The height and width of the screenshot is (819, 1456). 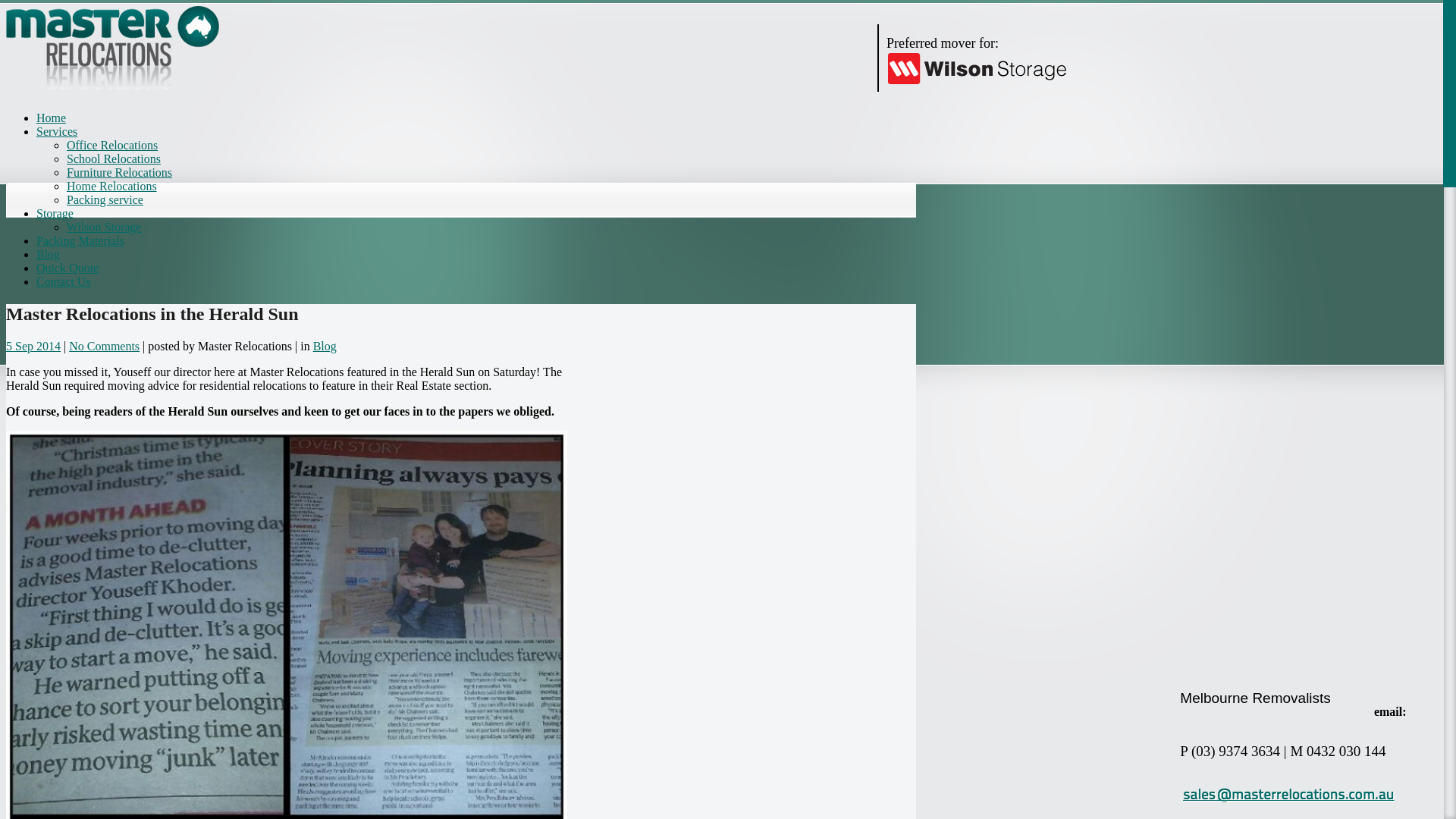 What do you see at coordinates (62, 281) in the screenshot?
I see `'Contact Us'` at bounding box center [62, 281].